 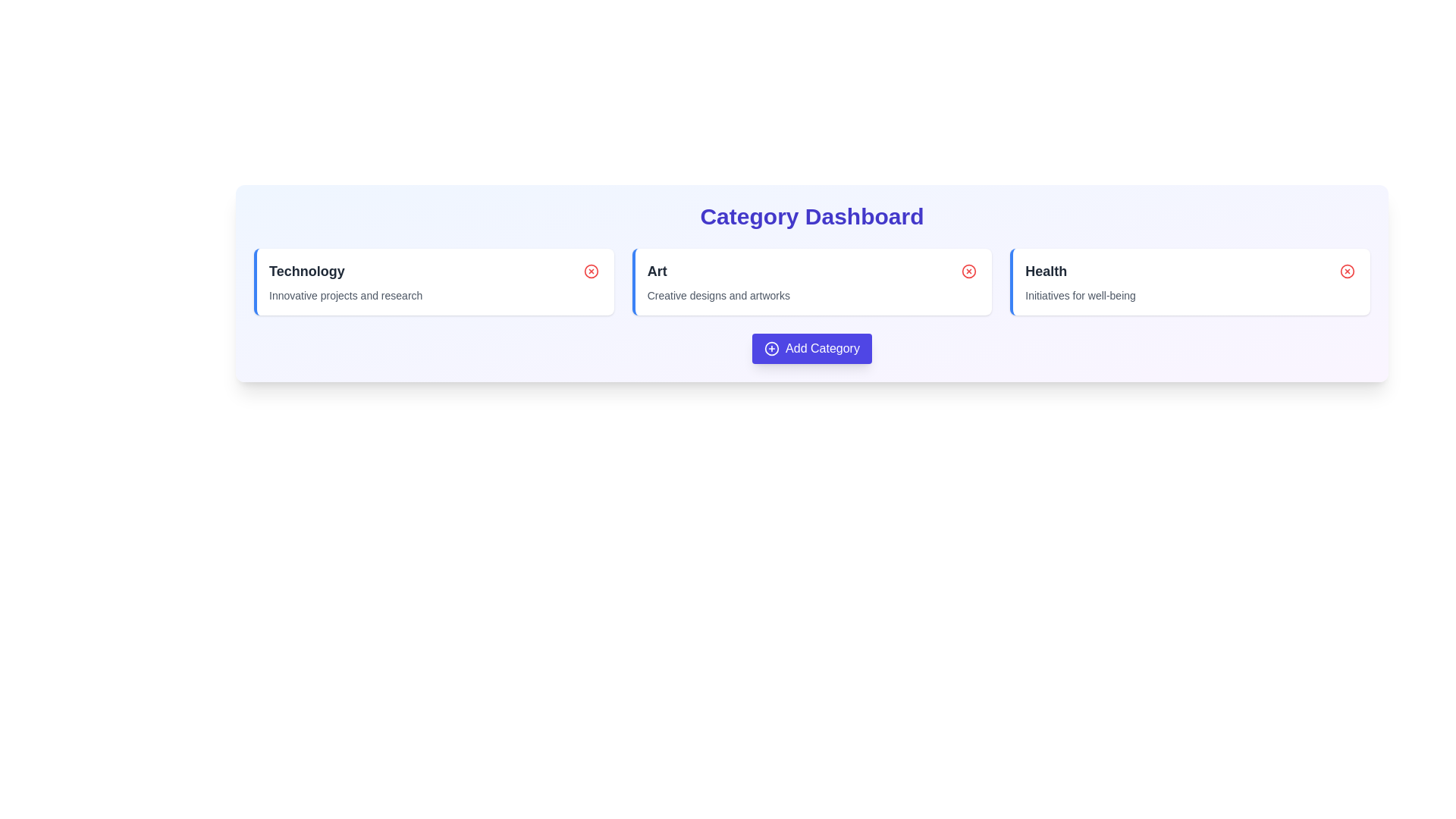 What do you see at coordinates (1045, 271) in the screenshot?
I see `the 'Health' text label, which is styled in bold and larger font size, located within the rightmost card of the health-related information section` at bounding box center [1045, 271].